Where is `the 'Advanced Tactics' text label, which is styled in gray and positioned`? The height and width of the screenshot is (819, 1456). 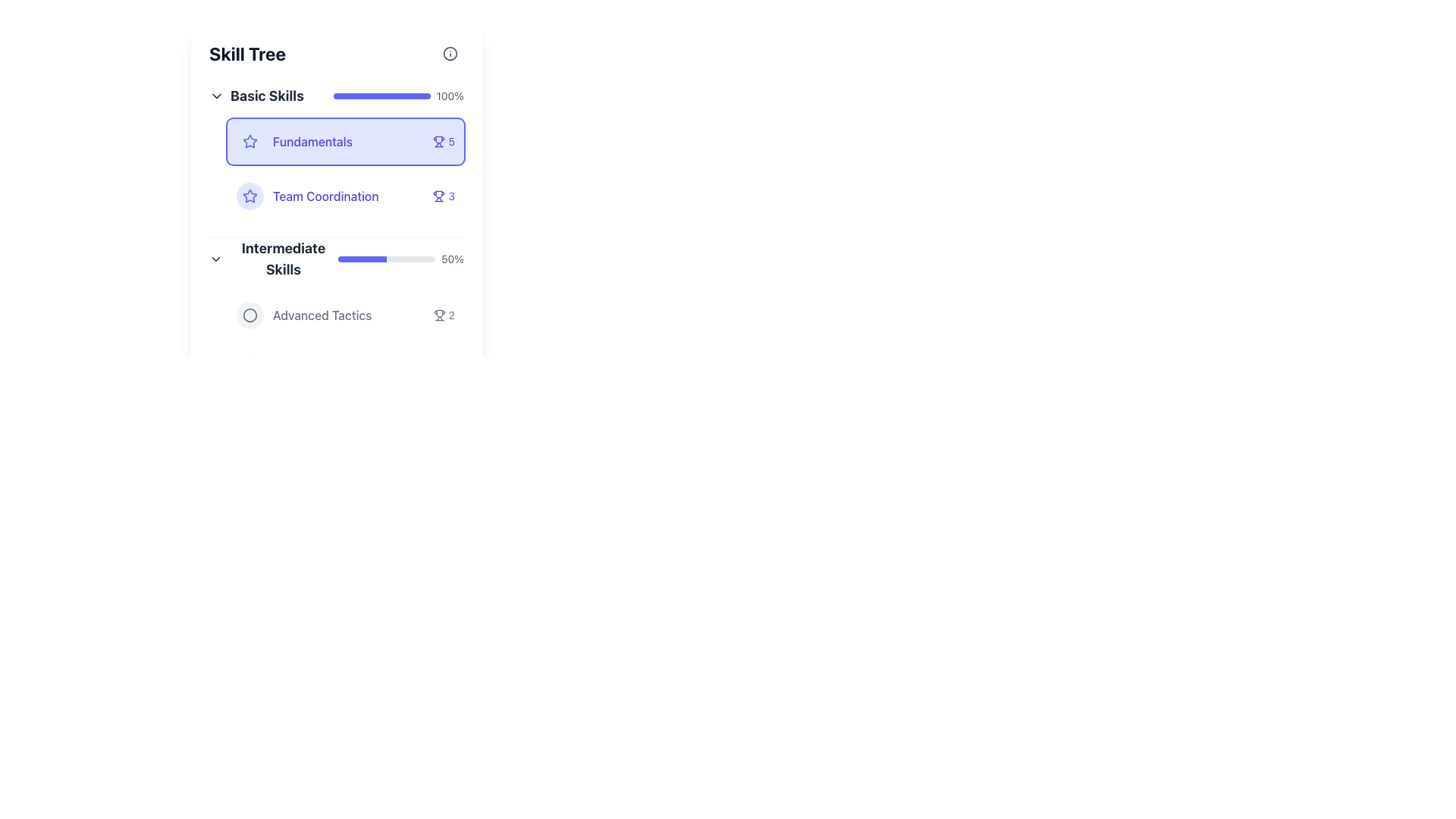
the 'Advanced Tactics' text label, which is styled in gray and positioned is located at coordinates (322, 315).